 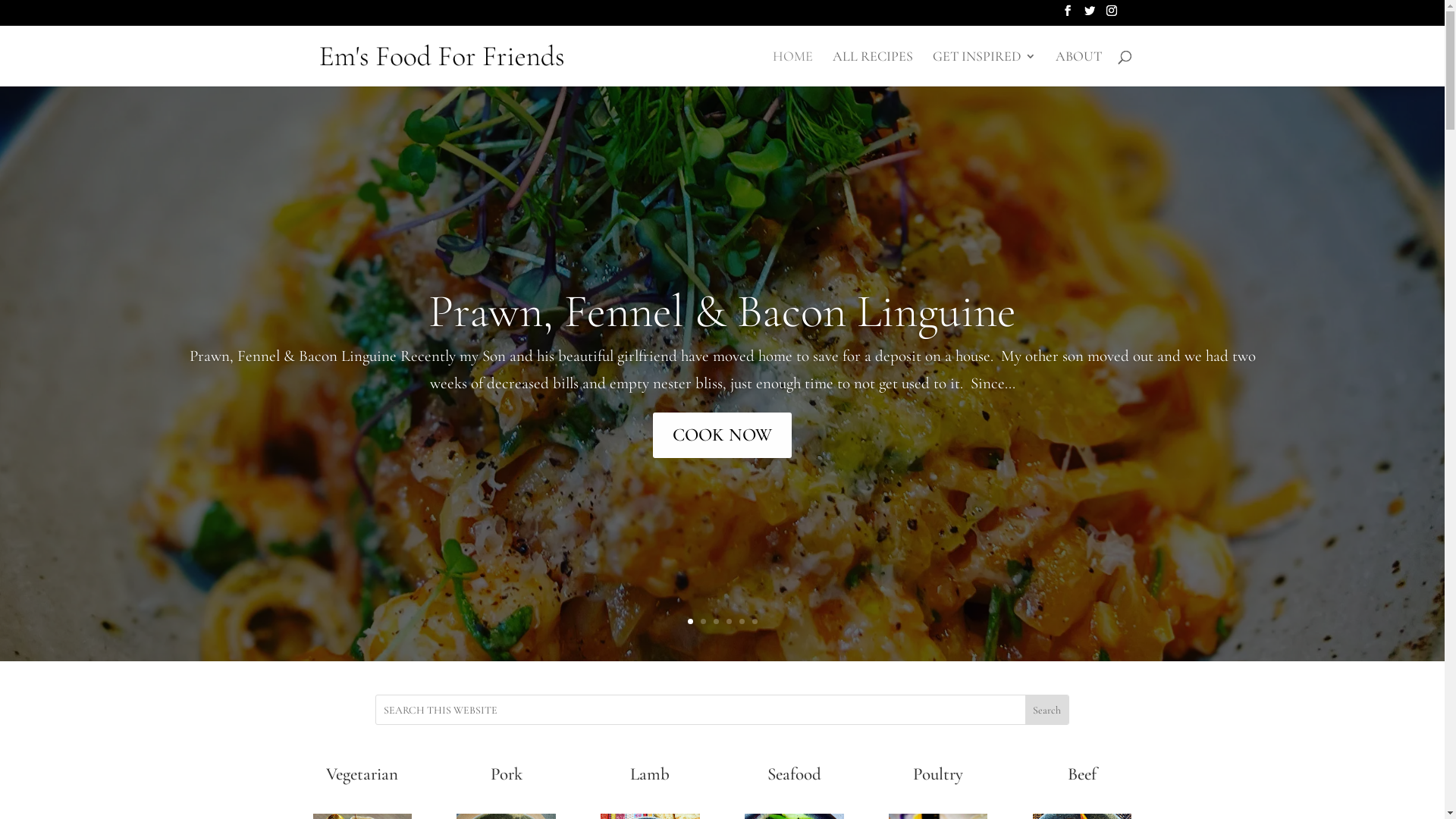 I want to click on '5', so click(x=739, y=621).